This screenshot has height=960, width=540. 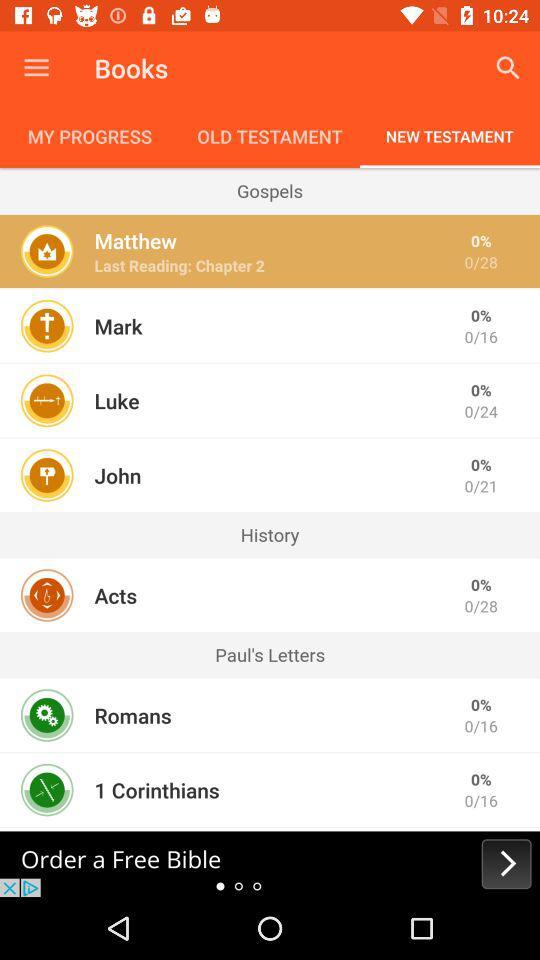 What do you see at coordinates (179, 264) in the screenshot?
I see `item to the left of 0/28` at bounding box center [179, 264].